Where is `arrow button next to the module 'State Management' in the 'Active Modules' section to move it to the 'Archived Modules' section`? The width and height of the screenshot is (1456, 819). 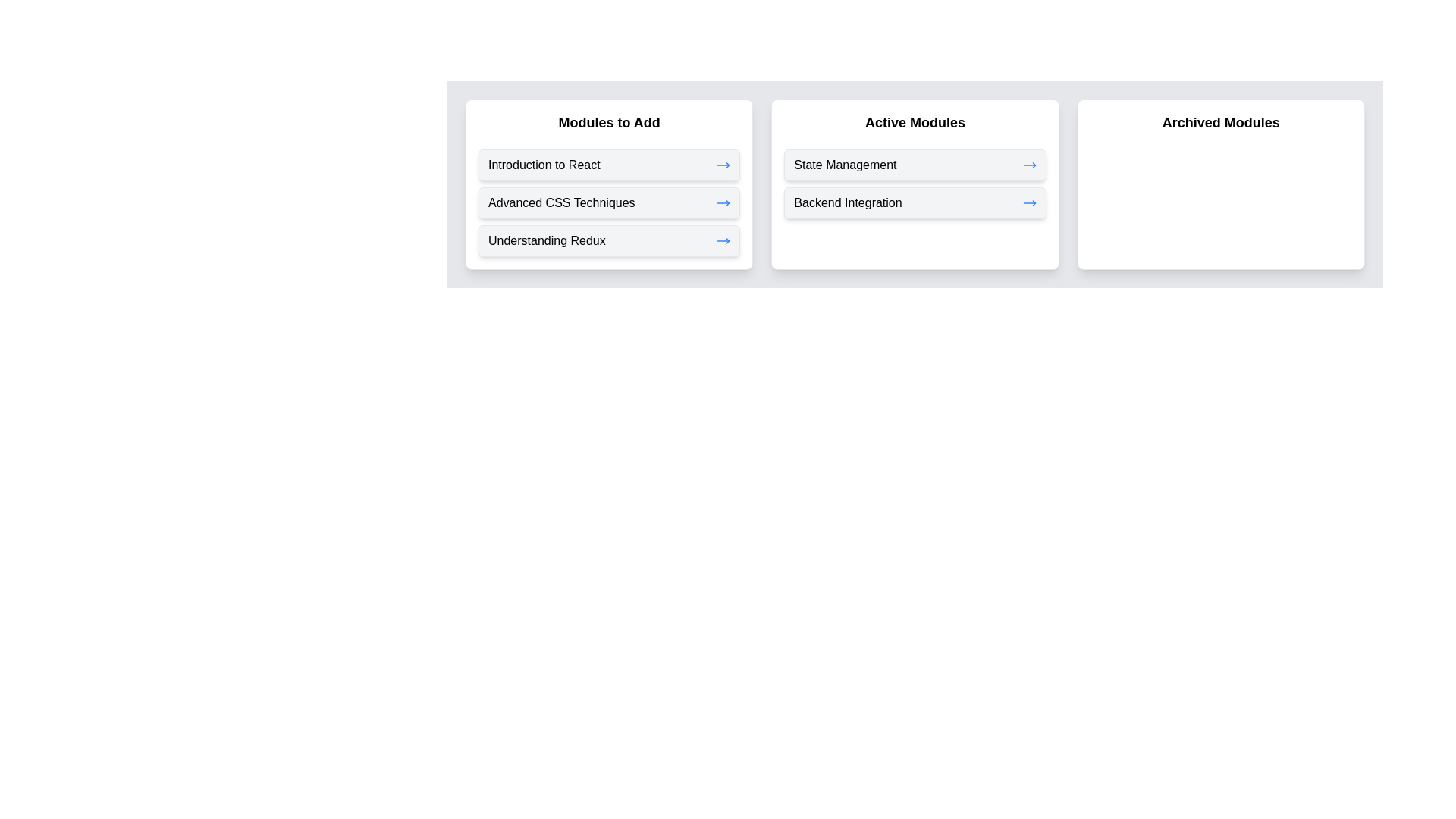
arrow button next to the module 'State Management' in the 'Active Modules' section to move it to the 'Archived Modules' section is located at coordinates (1029, 165).